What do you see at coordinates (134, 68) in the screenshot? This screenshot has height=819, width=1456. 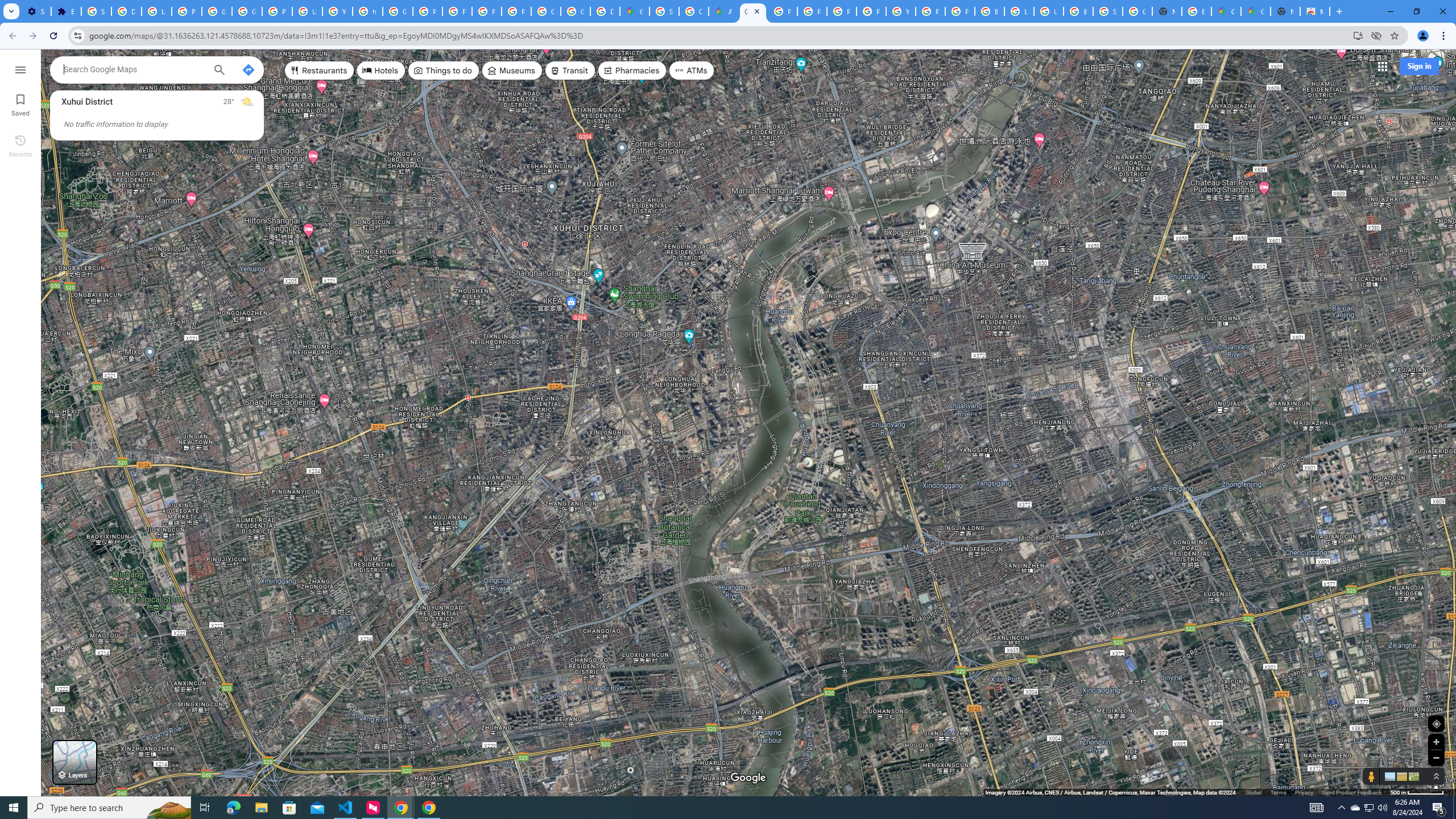 I see `'Search Google Maps'` at bounding box center [134, 68].